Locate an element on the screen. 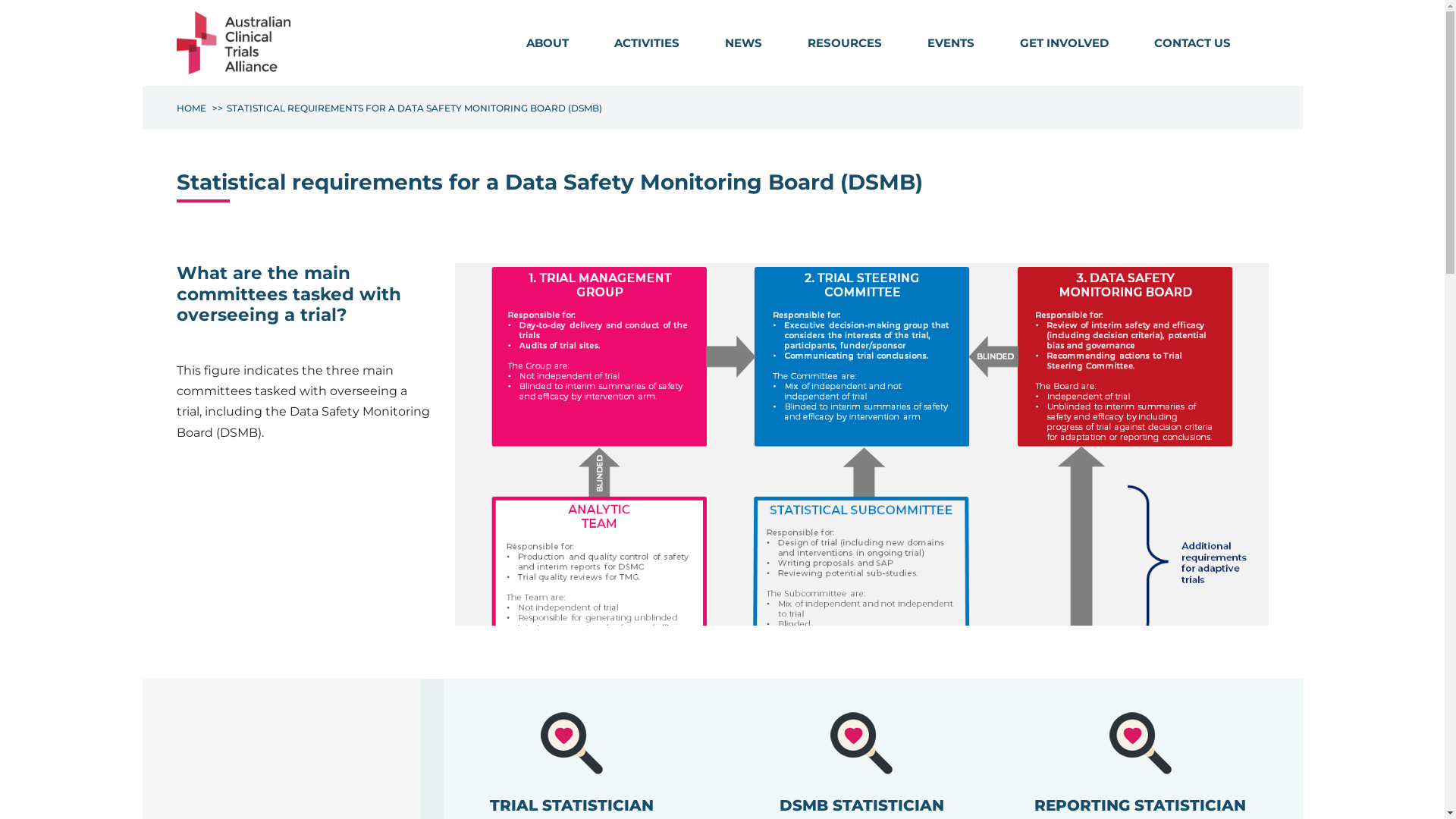 This screenshot has height=819, width=1456. 'RESOURCES' is located at coordinates (843, 42).